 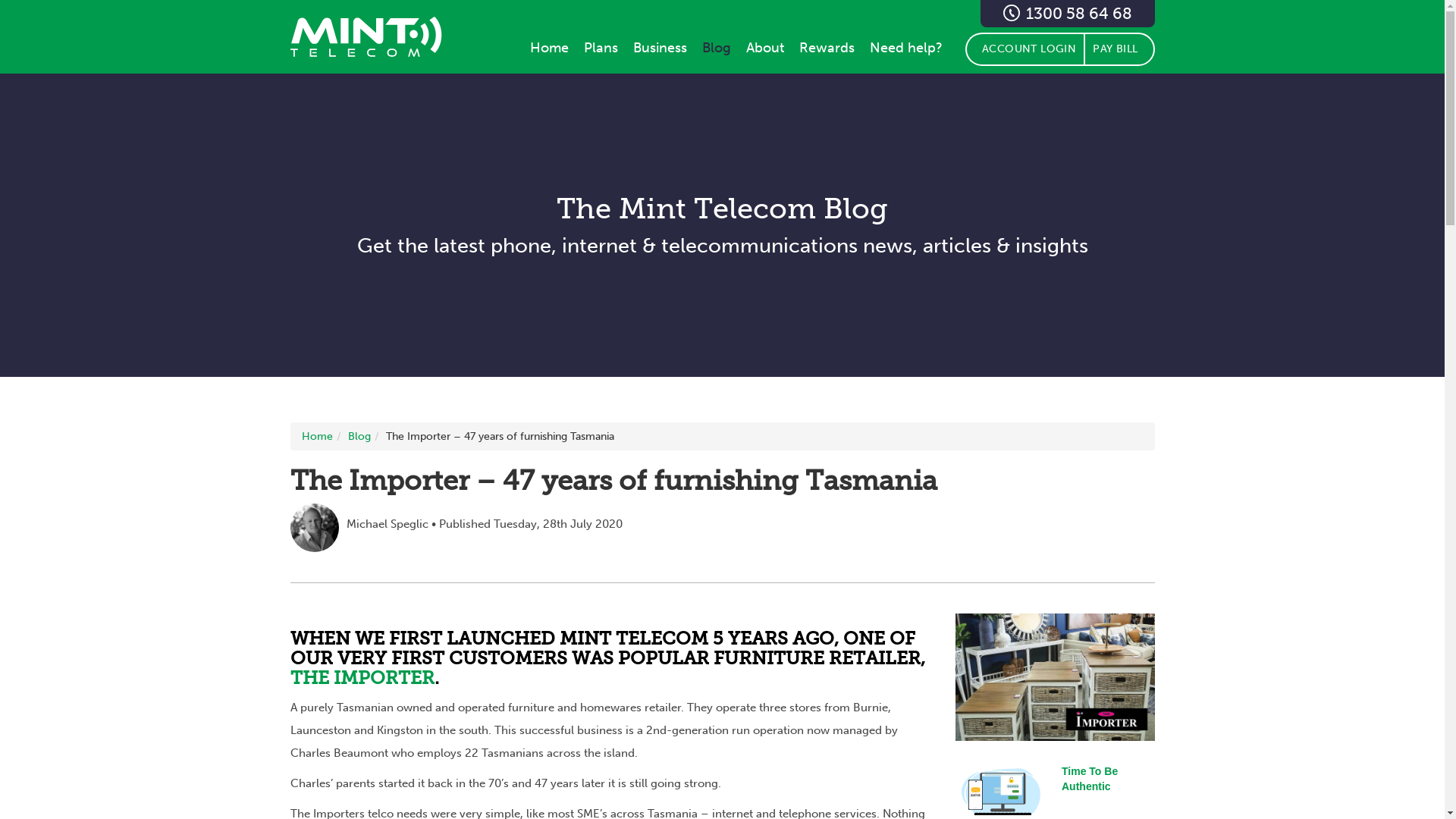 What do you see at coordinates (600, 46) in the screenshot?
I see `'Plans'` at bounding box center [600, 46].